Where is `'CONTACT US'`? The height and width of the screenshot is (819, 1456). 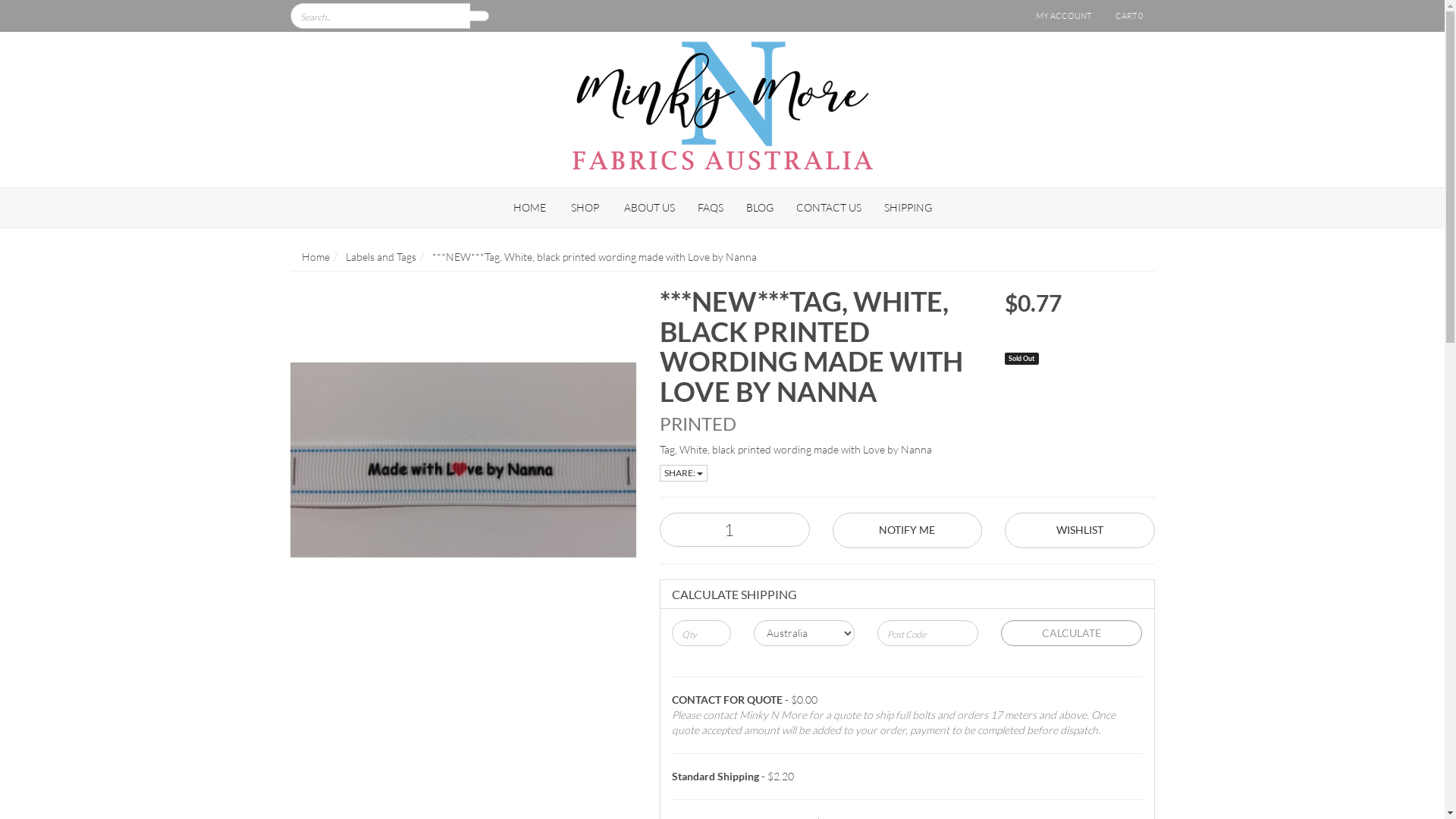 'CONTACT US' is located at coordinates (827, 207).